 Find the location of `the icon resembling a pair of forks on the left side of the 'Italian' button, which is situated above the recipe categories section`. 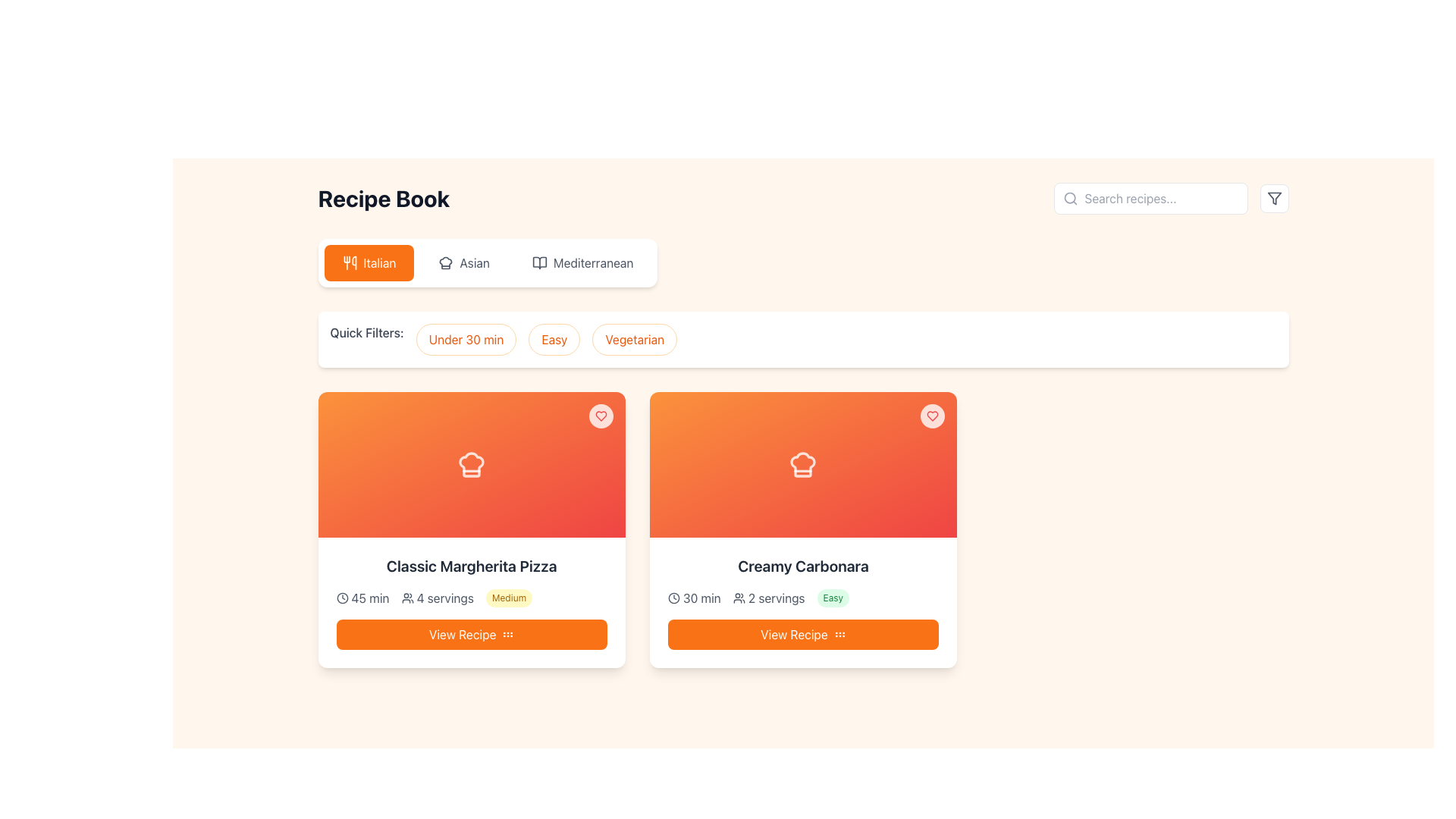

the icon resembling a pair of forks on the left side of the 'Italian' button, which is situated above the recipe categories section is located at coordinates (349, 262).